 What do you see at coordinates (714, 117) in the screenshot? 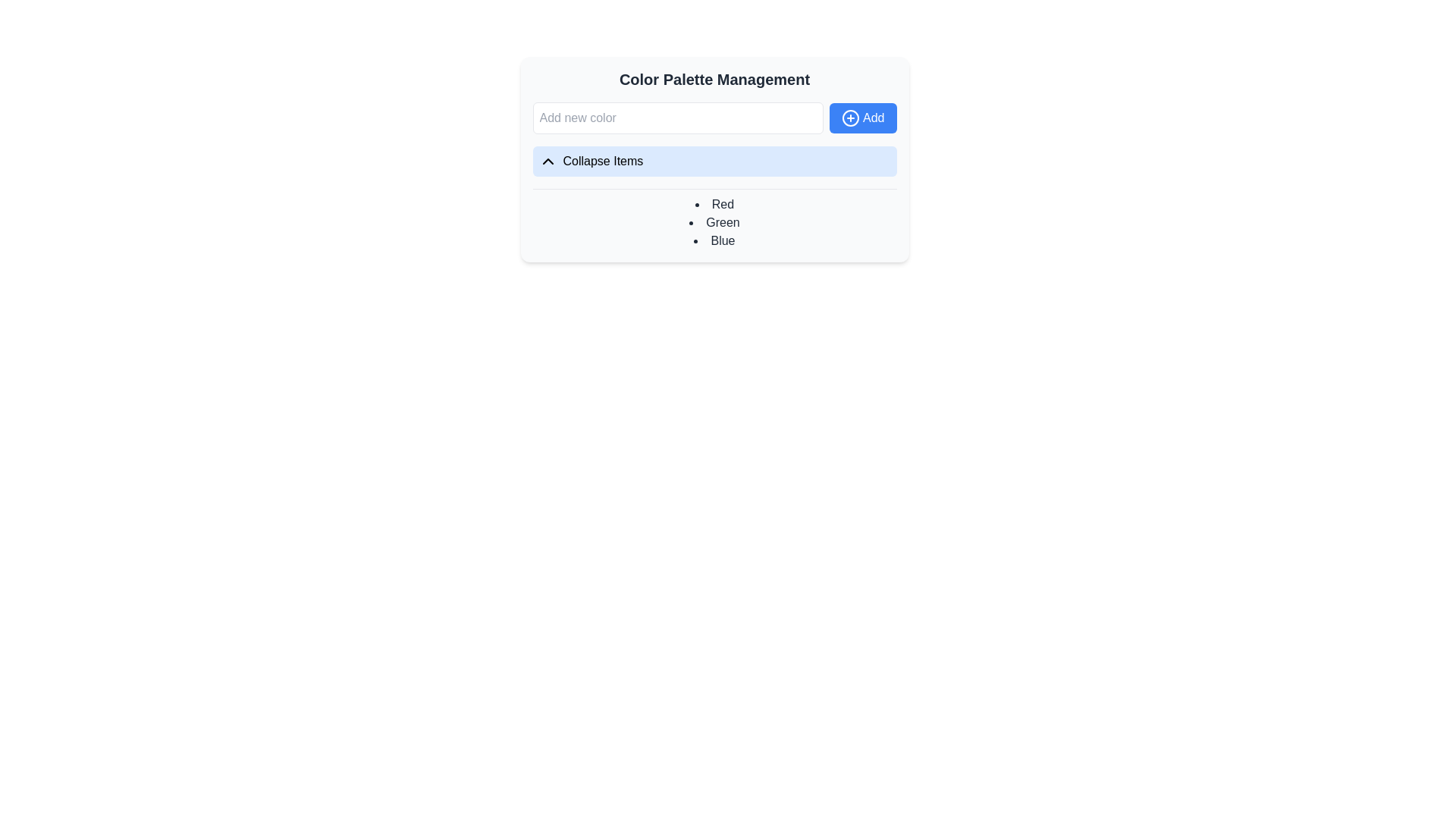
I see `the input field labeled 'Add new color' which is part of the input box with an adjacent blue button featuring a '+' icon` at bounding box center [714, 117].